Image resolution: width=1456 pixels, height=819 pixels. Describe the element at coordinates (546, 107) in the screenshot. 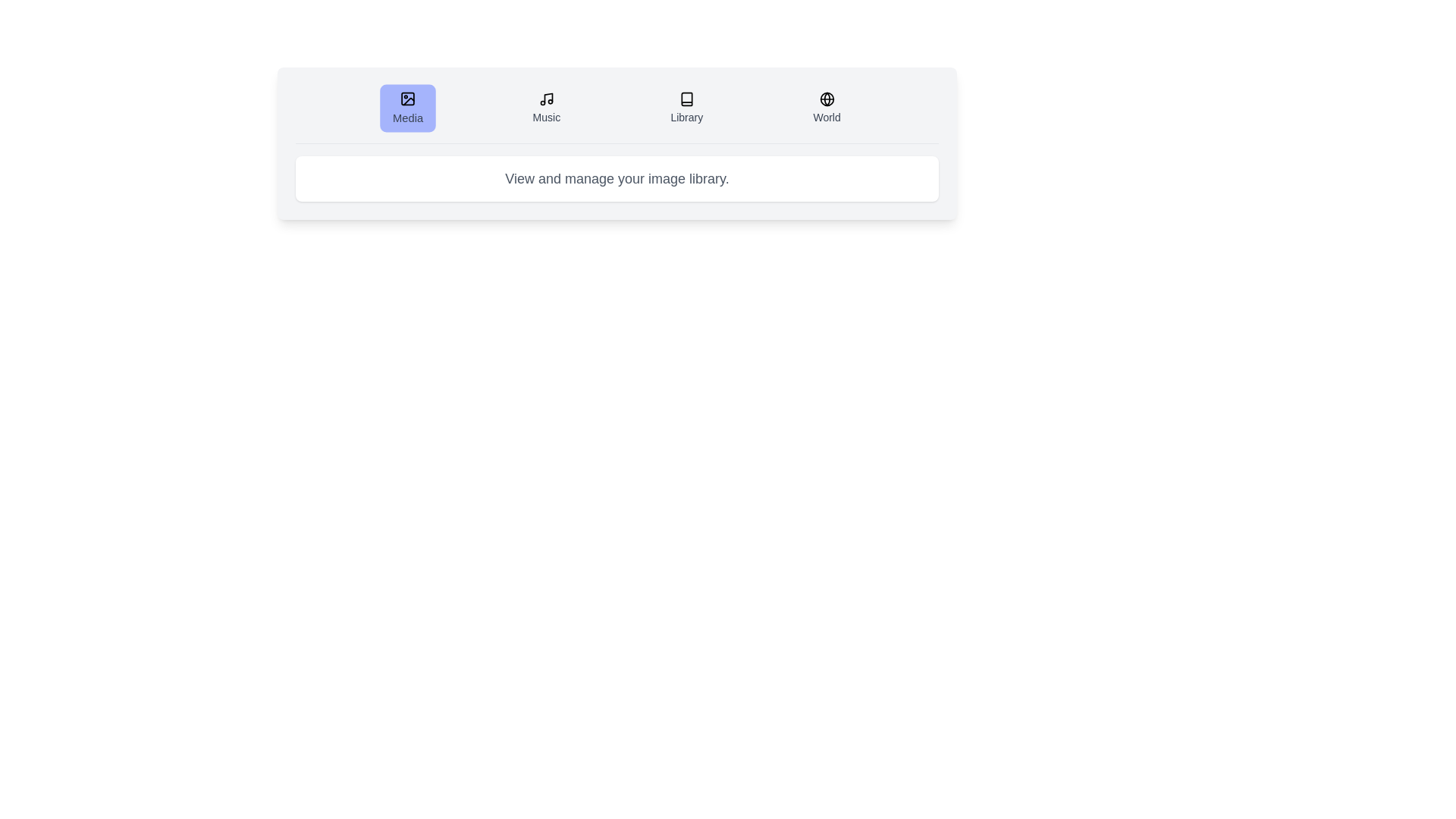

I see `the tab labeled Music` at that location.